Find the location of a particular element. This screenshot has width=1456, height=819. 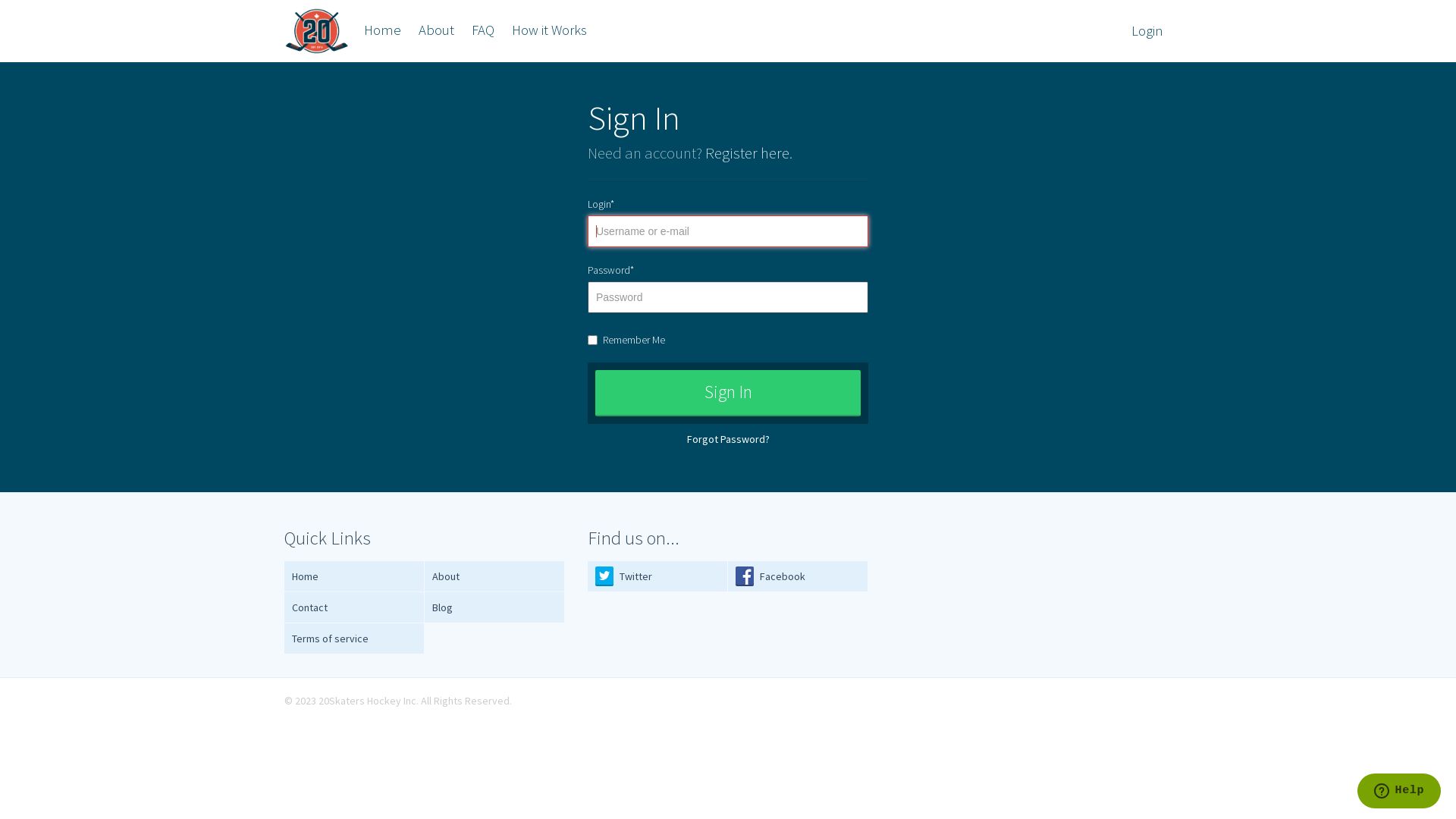

'Blog' is located at coordinates (494, 607).